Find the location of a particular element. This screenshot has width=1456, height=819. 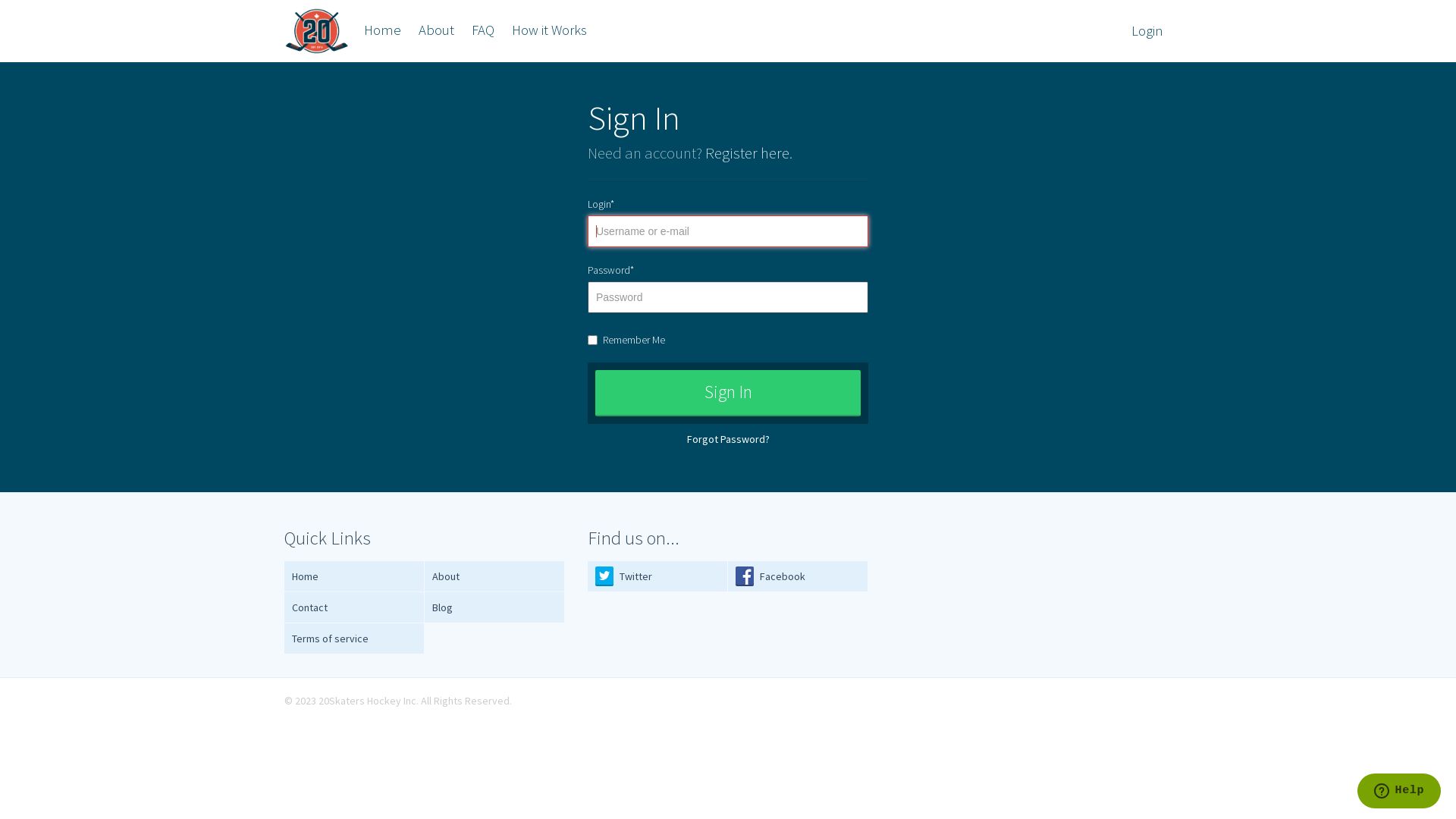

'Blog' is located at coordinates (494, 607).